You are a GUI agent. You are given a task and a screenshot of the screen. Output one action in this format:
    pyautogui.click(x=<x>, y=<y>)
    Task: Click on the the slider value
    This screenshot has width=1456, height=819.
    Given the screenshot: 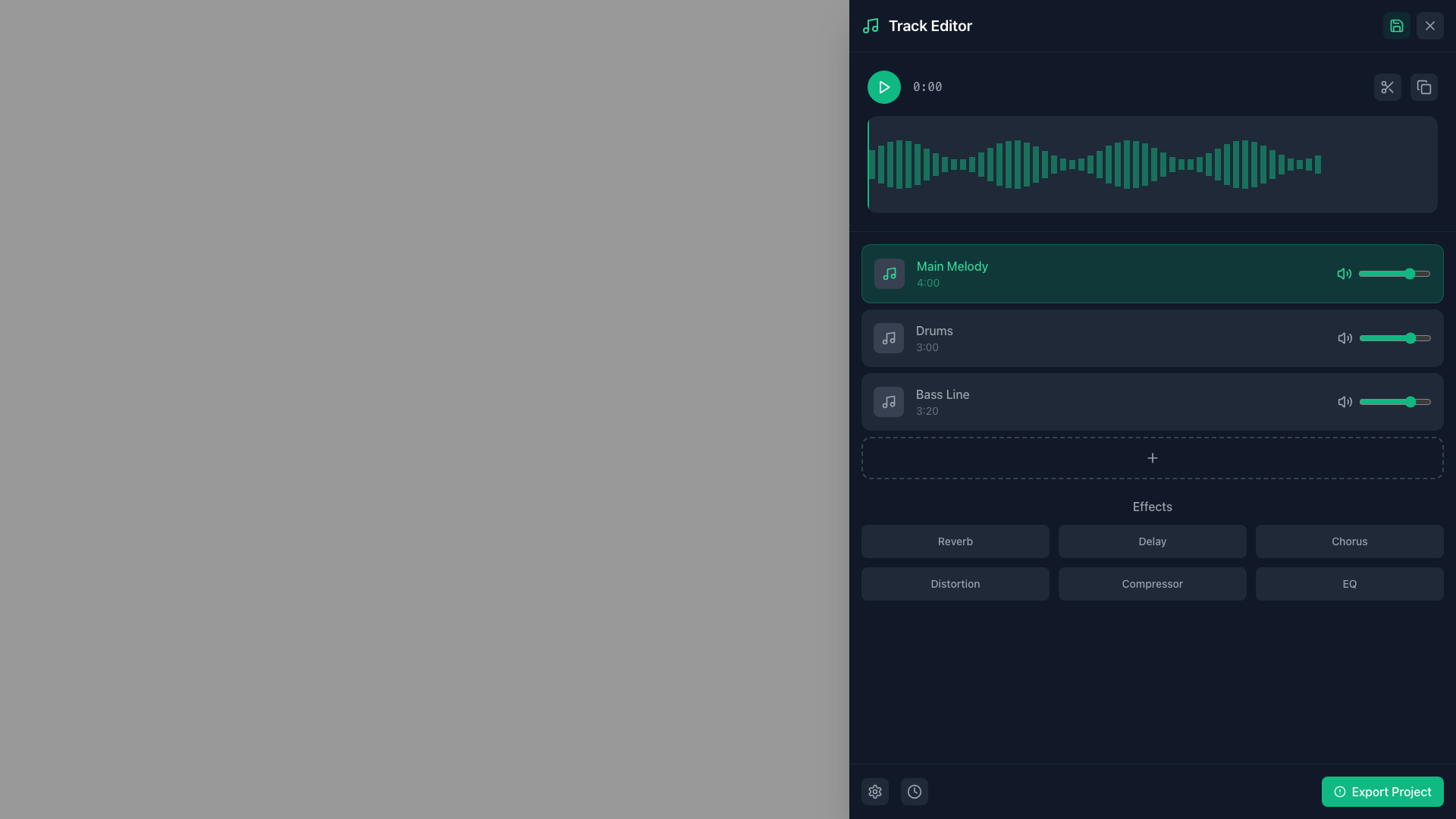 What is the action you would take?
    pyautogui.click(x=1412, y=400)
    